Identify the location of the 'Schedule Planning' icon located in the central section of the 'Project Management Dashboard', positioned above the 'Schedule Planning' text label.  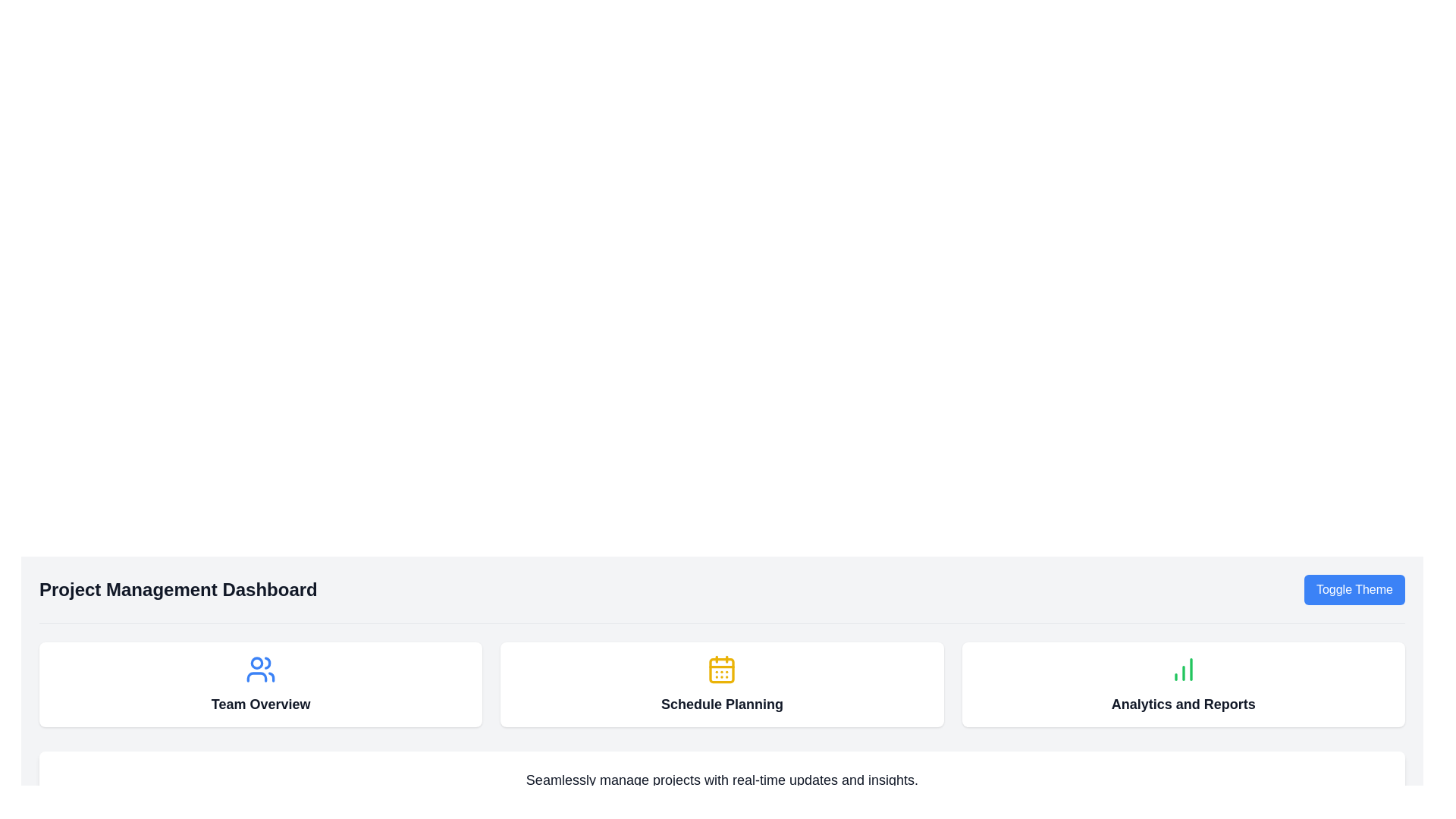
(721, 669).